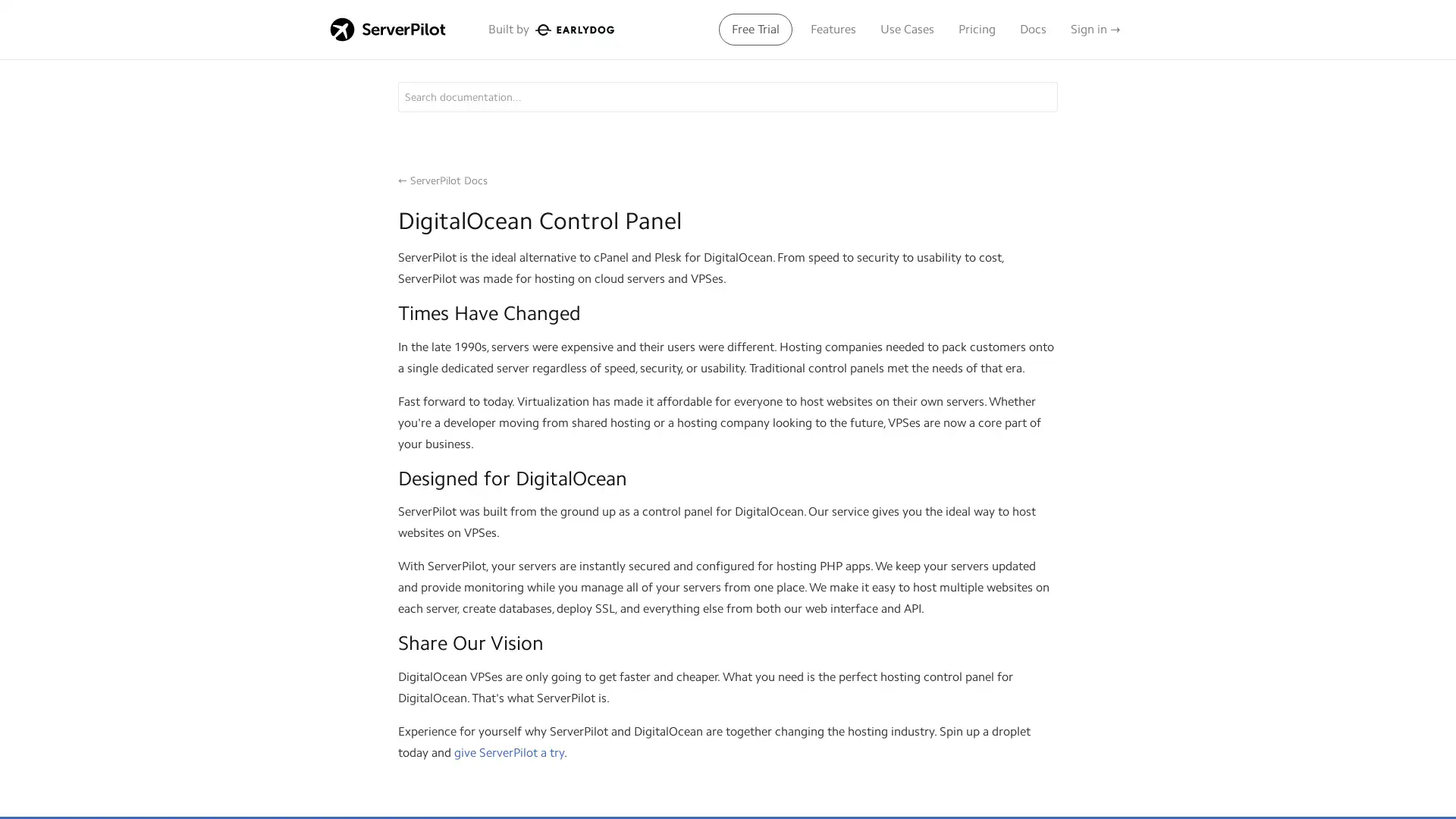 The height and width of the screenshot is (819, 1456). What do you see at coordinates (977, 29) in the screenshot?
I see `Pricing` at bounding box center [977, 29].